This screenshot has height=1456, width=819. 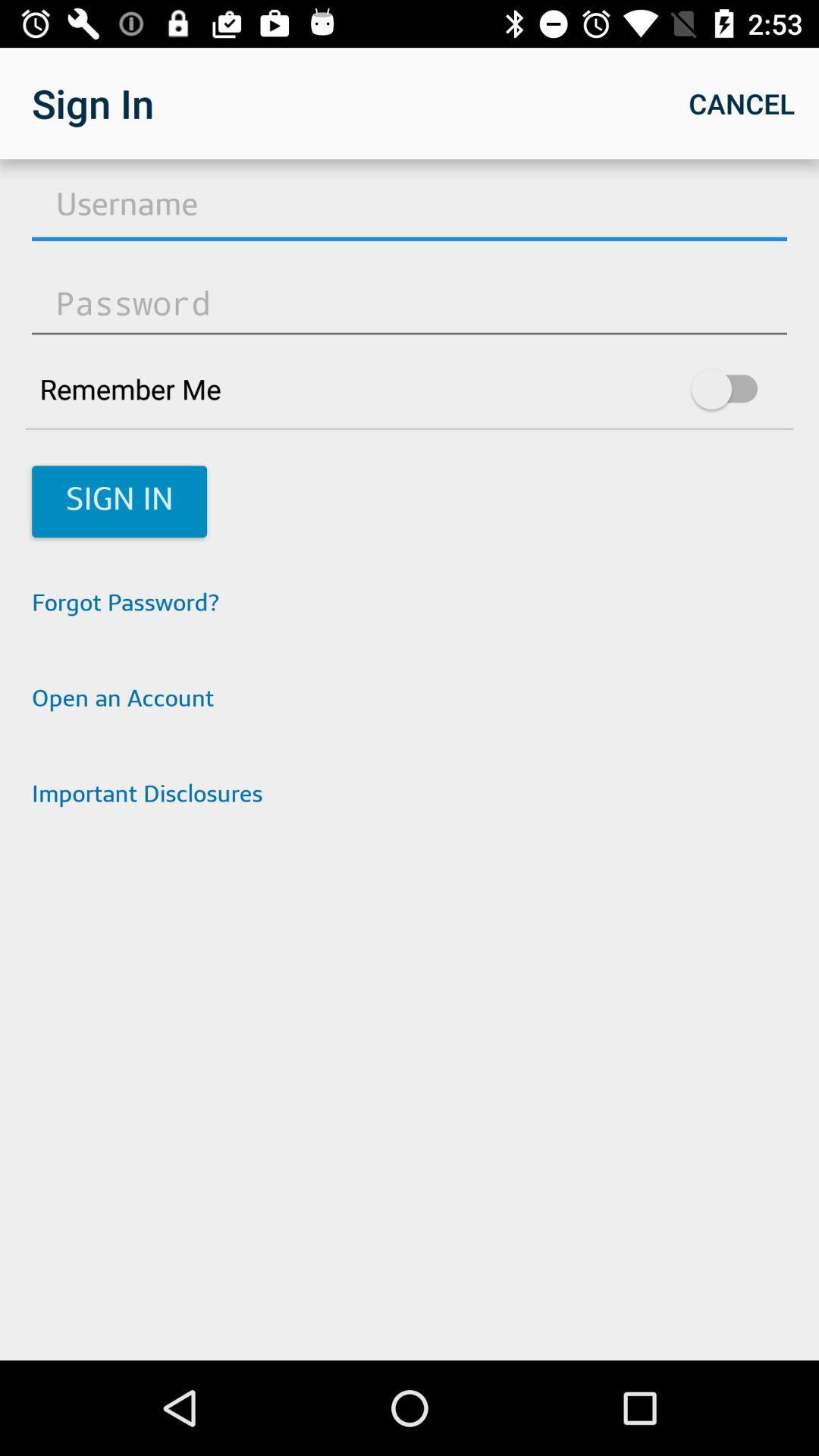 What do you see at coordinates (409, 604) in the screenshot?
I see `the forgot password? app` at bounding box center [409, 604].